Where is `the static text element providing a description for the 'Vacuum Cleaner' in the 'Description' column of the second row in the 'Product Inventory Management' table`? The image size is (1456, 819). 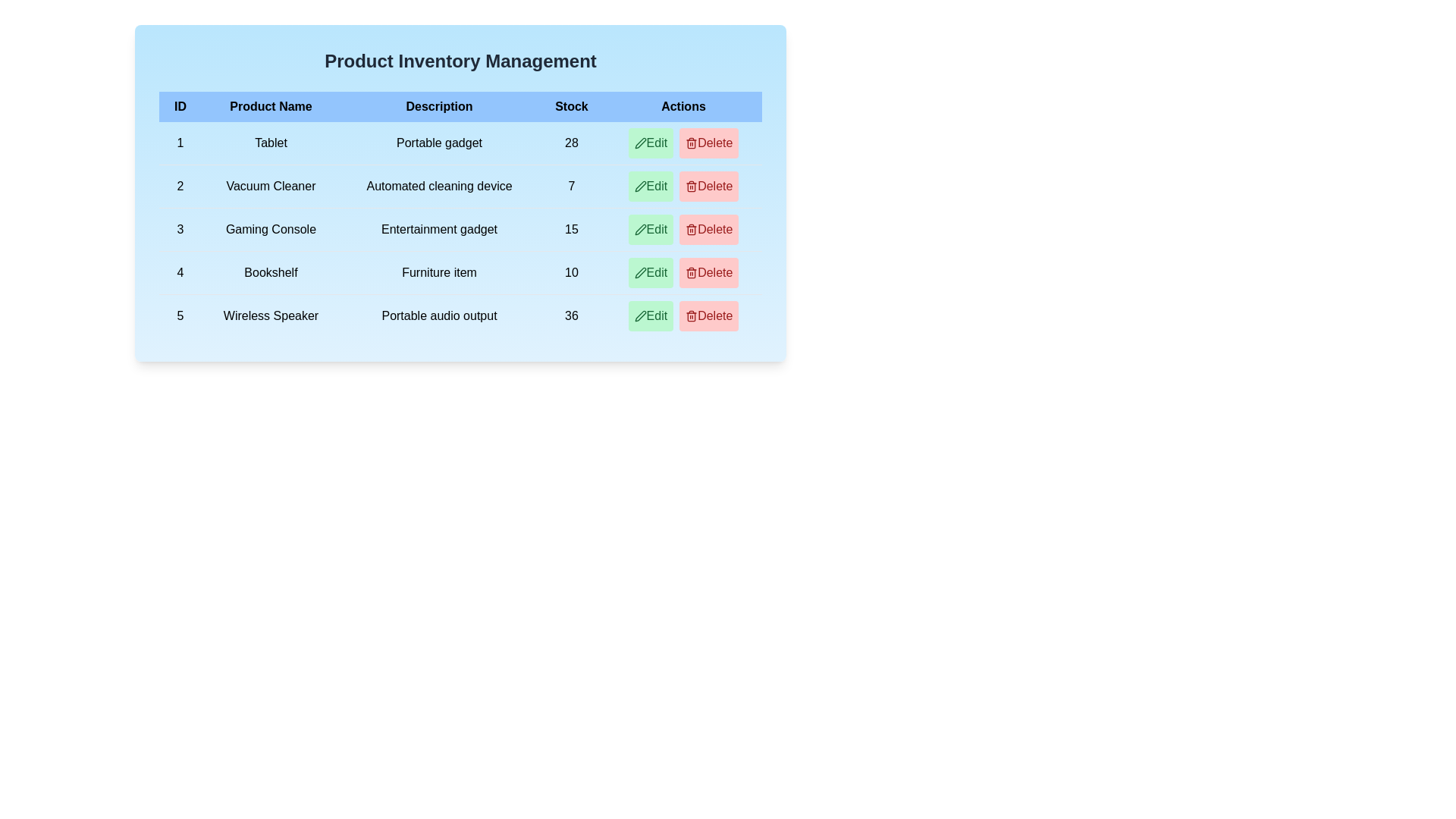 the static text element providing a description for the 'Vacuum Cleaner' in the 'Description' column of the second row in the 'Product Inventory Management' table is located at coordinates (438, 186).